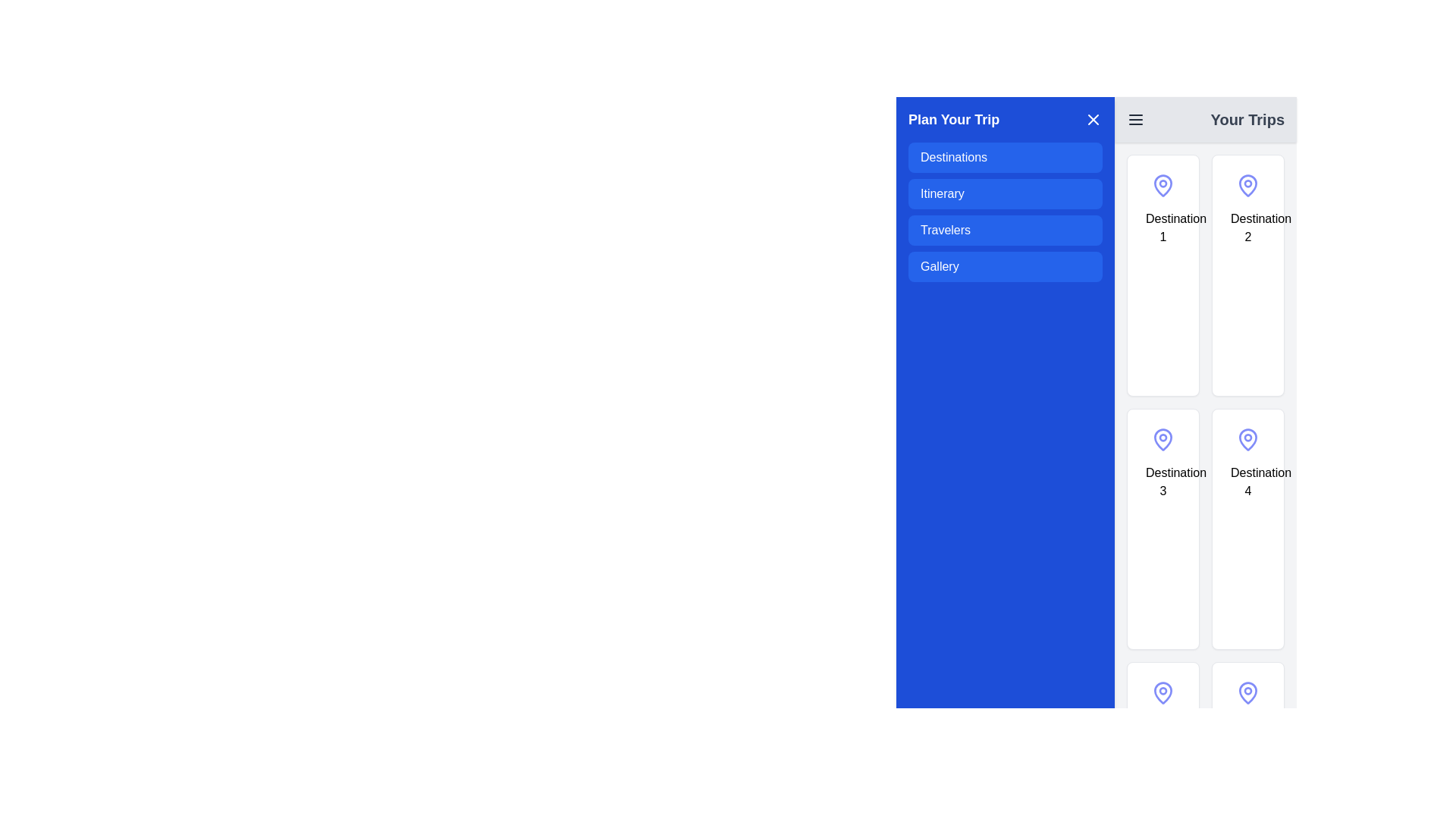  I want to click on label text 'Destination 2' located centrally at the bottom of the second card in the 'Your Trips' section, so click(1248, 227).